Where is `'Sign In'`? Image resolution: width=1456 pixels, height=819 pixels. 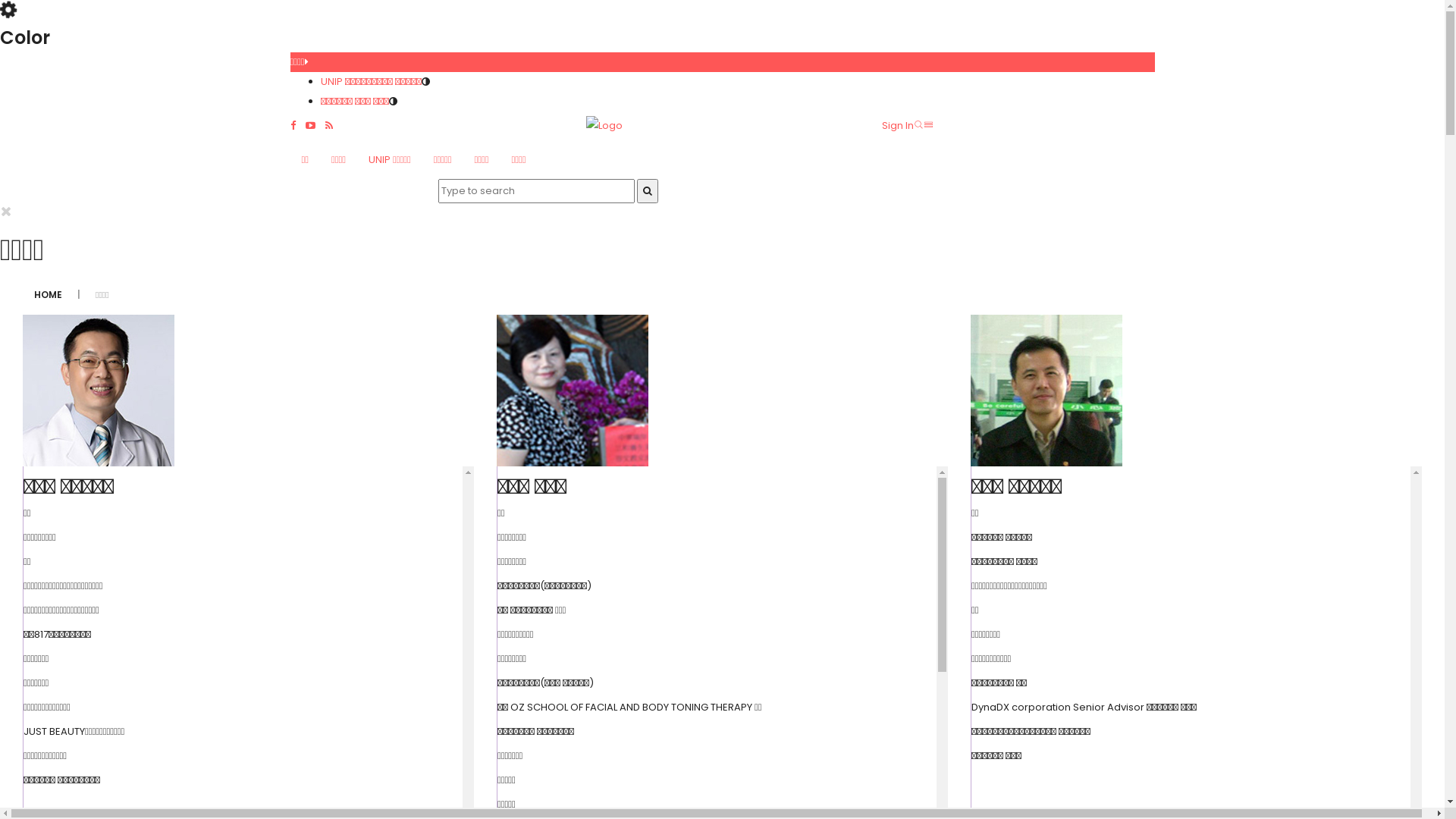
'Sign In' is located at coordinates (896, 124).